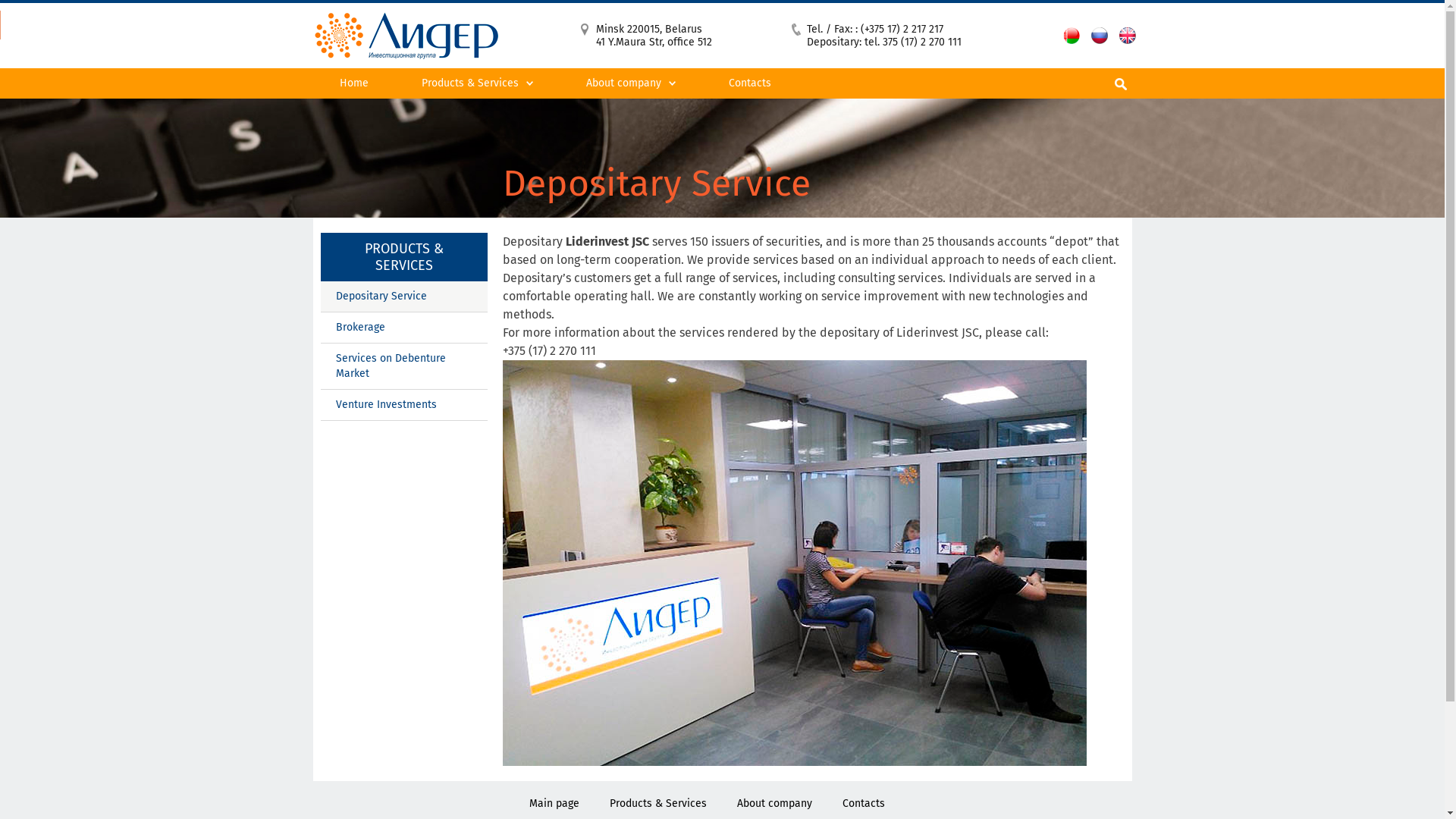 This screenshot has height=819, width=1456. What do you see at coordinates (658, 802) in the screenshot?
I see `'Products & Services'` at bounding box center [658, 802].